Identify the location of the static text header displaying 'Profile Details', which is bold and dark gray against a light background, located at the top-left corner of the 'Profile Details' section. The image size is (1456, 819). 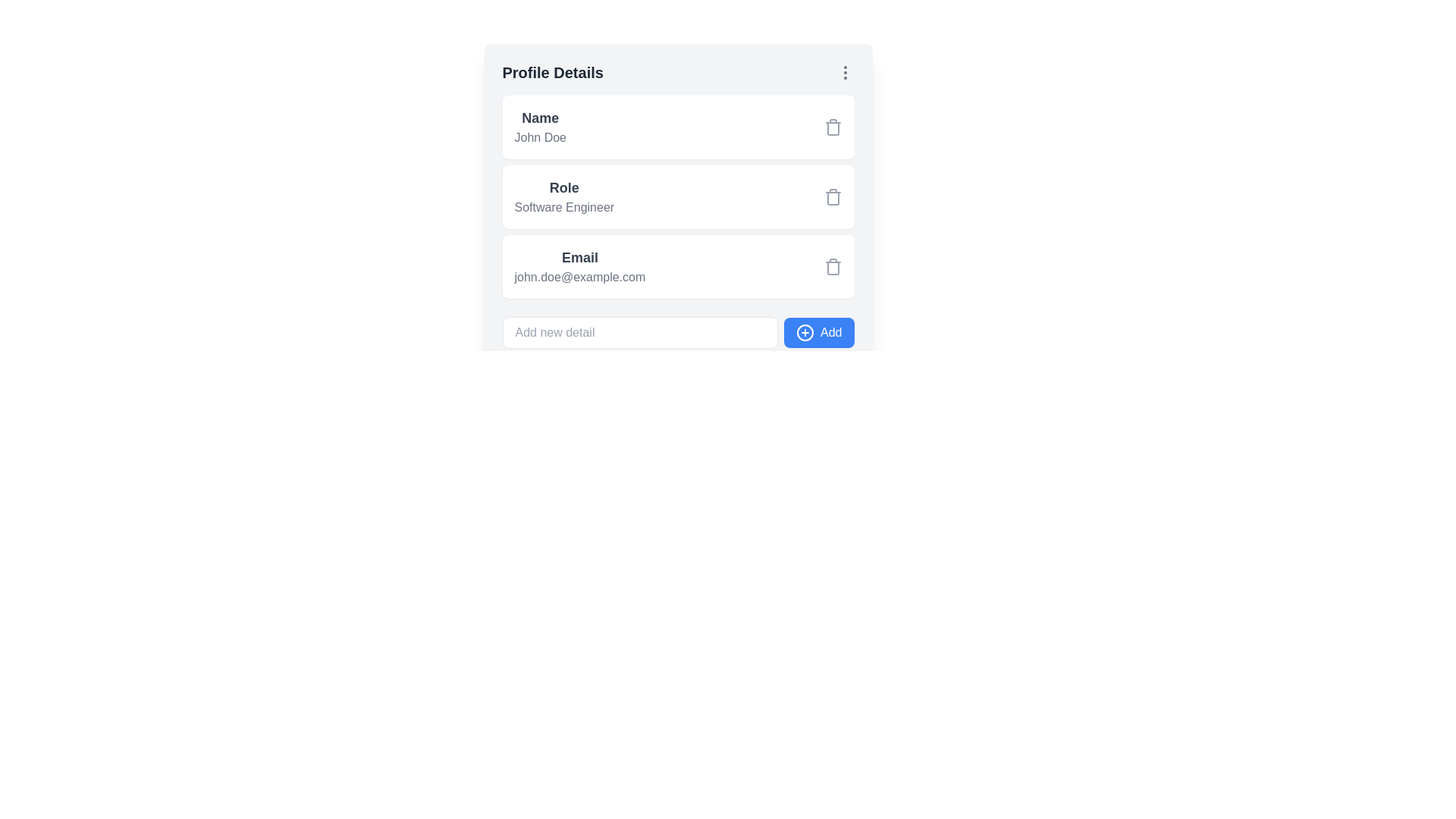
(552, 73).